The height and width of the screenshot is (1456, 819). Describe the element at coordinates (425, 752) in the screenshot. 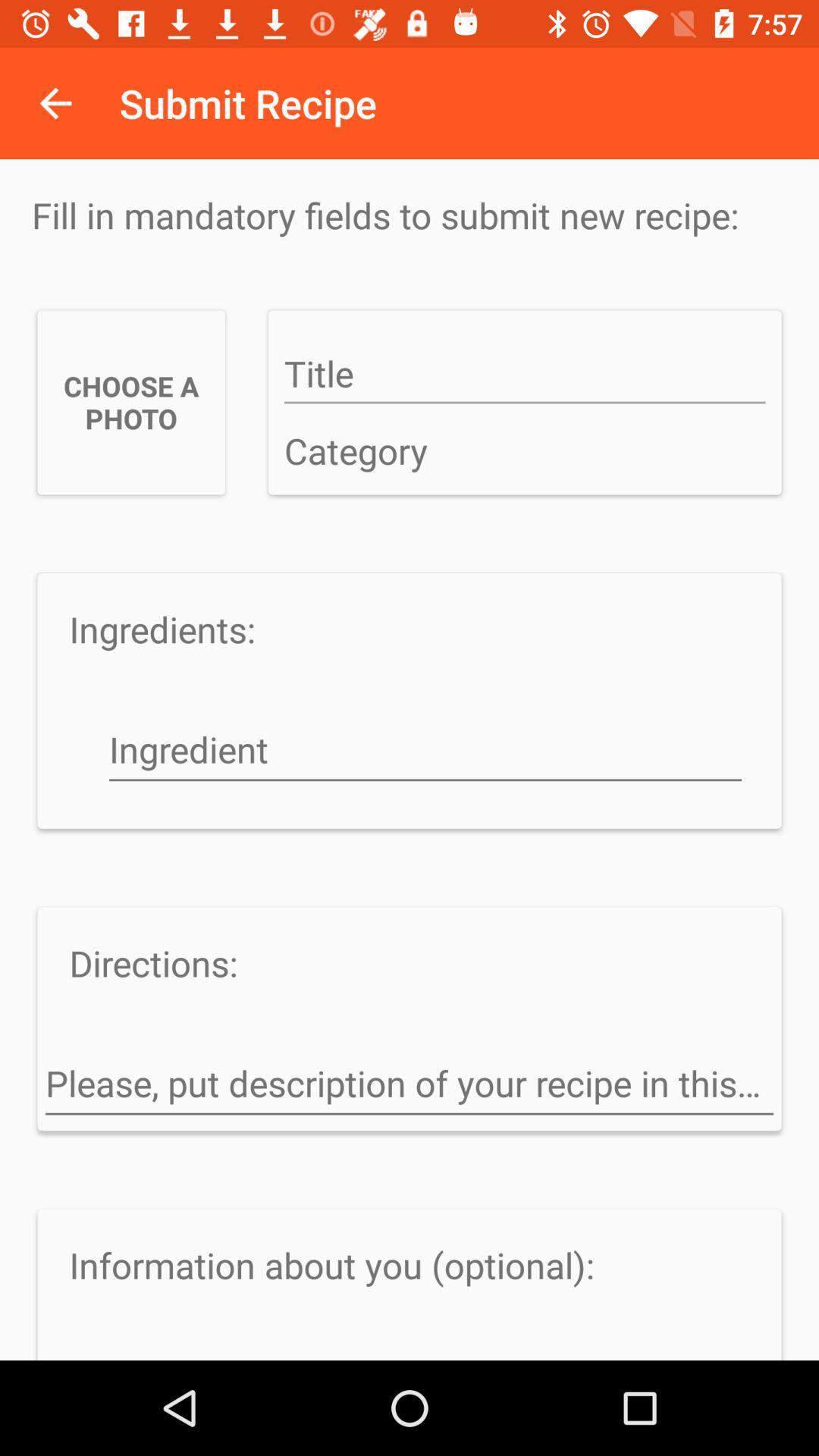

I see `ingredient` at that location.